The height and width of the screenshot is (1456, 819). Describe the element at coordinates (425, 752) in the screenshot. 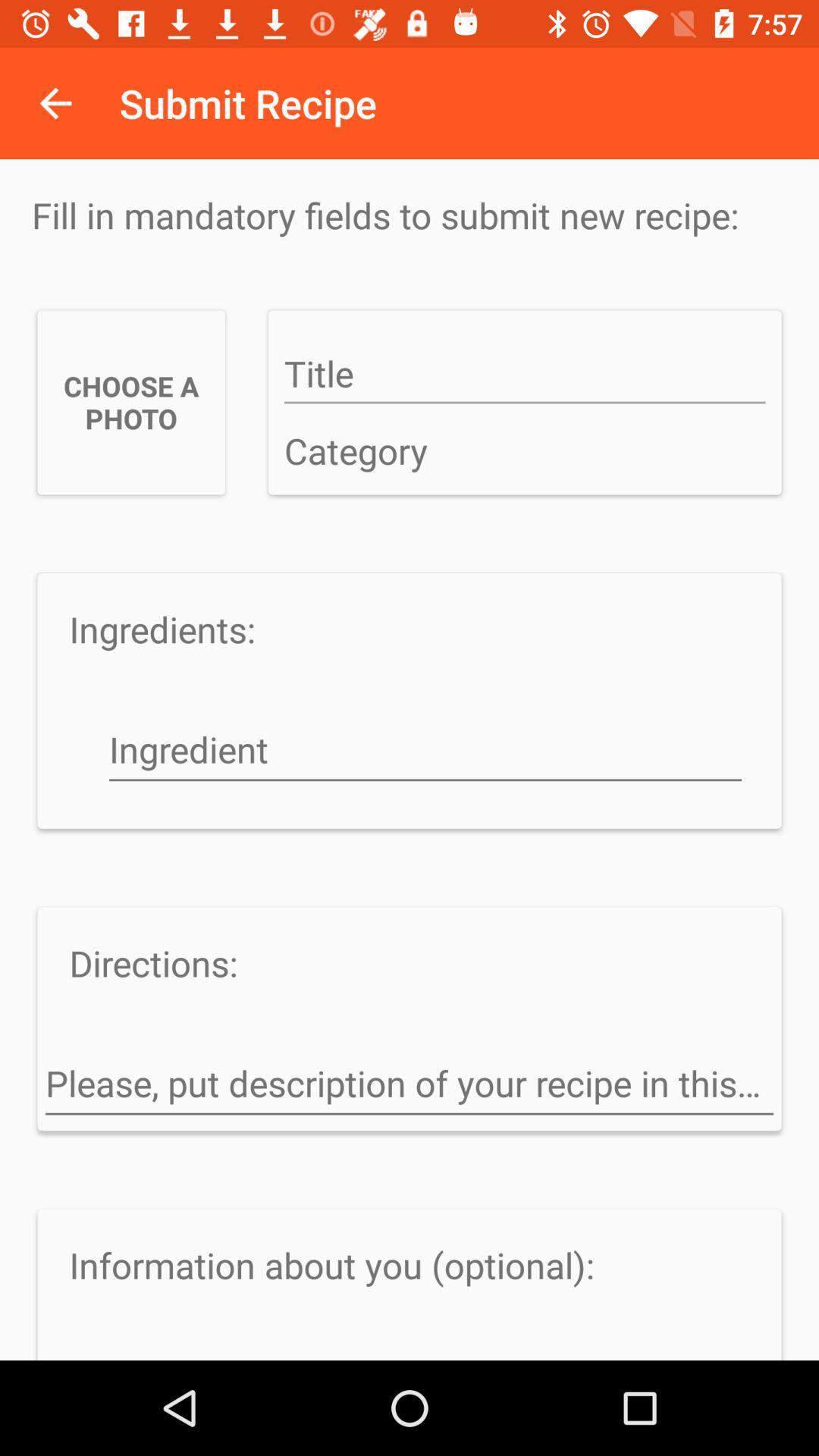

I see `ingredient` at that location.